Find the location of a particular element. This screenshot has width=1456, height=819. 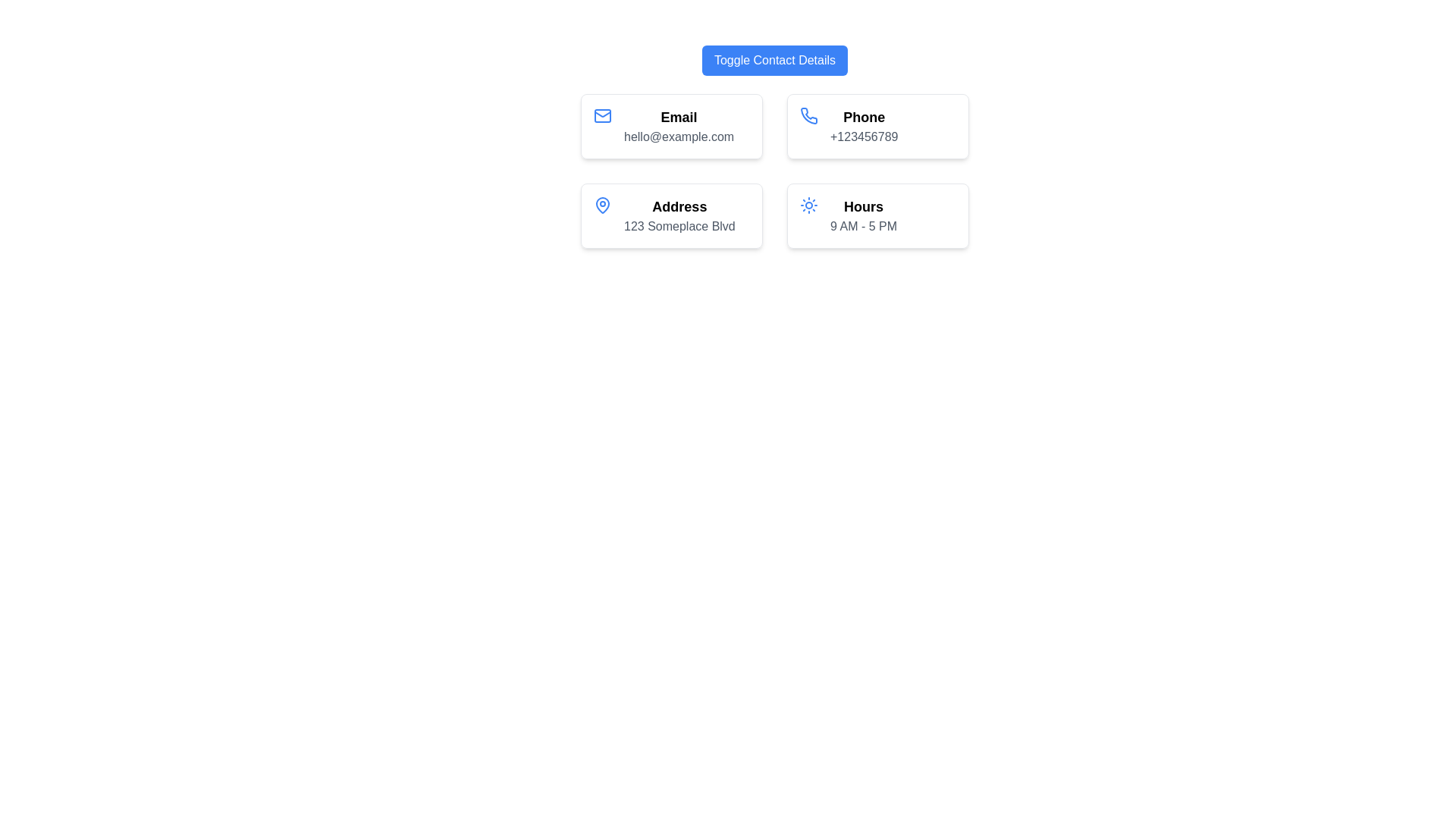

the text label displaying 'Phone' in bold, located in the upper-right quadrant of the contact information section is located at coordinates (864, 116).